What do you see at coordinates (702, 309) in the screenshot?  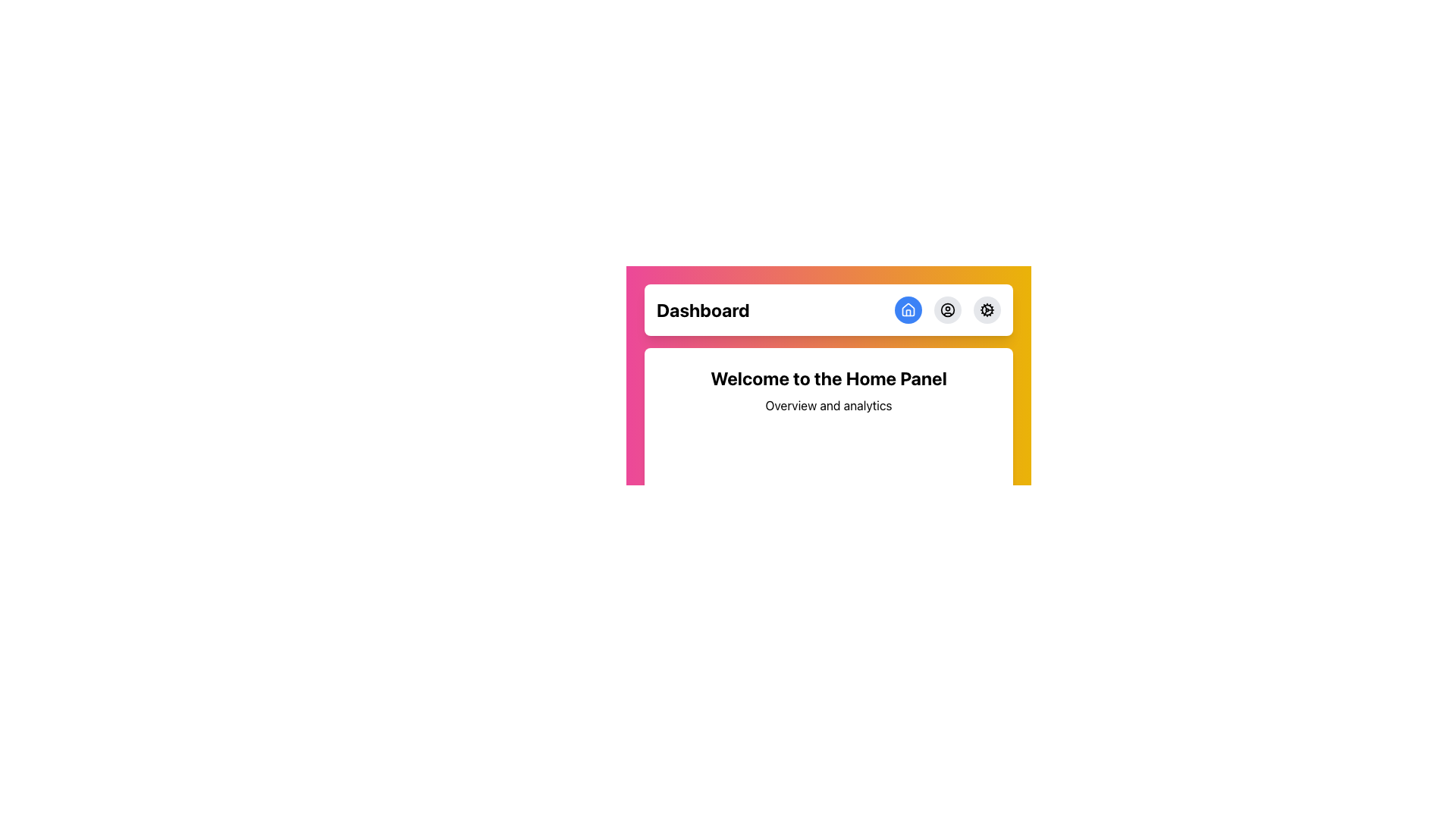 I see `the title or heading text located at the top-left section of the horizontal bar, which provides context for the current section of the application` at bounding box center [702, 309].